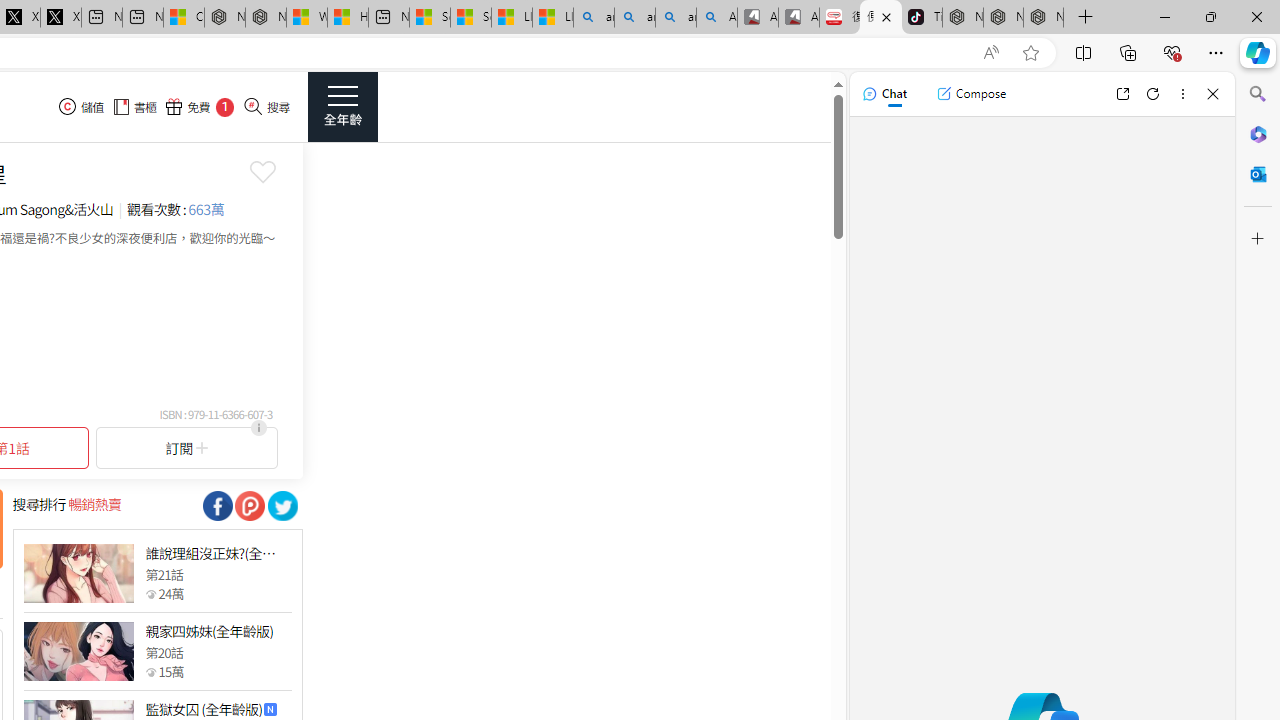 Image resolution: width=1280 pixels, height=720 pixels. I want to click on 'Class: side_menu_btn actionRightMenuBtn', so click(342, 106).